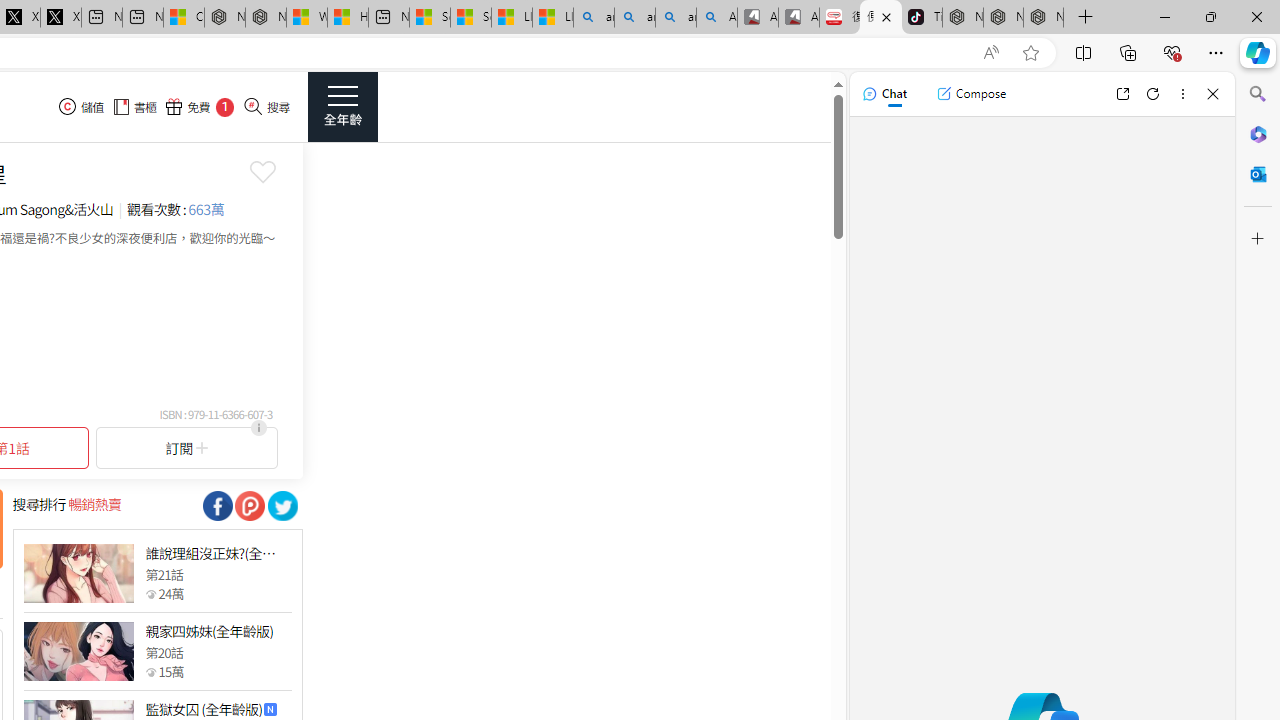 Image resolution: width=1280 pixels, height=720 pixels. I want to click on 'Class: side_menu_btn actionRightMenuBtn', so click(342, 106).